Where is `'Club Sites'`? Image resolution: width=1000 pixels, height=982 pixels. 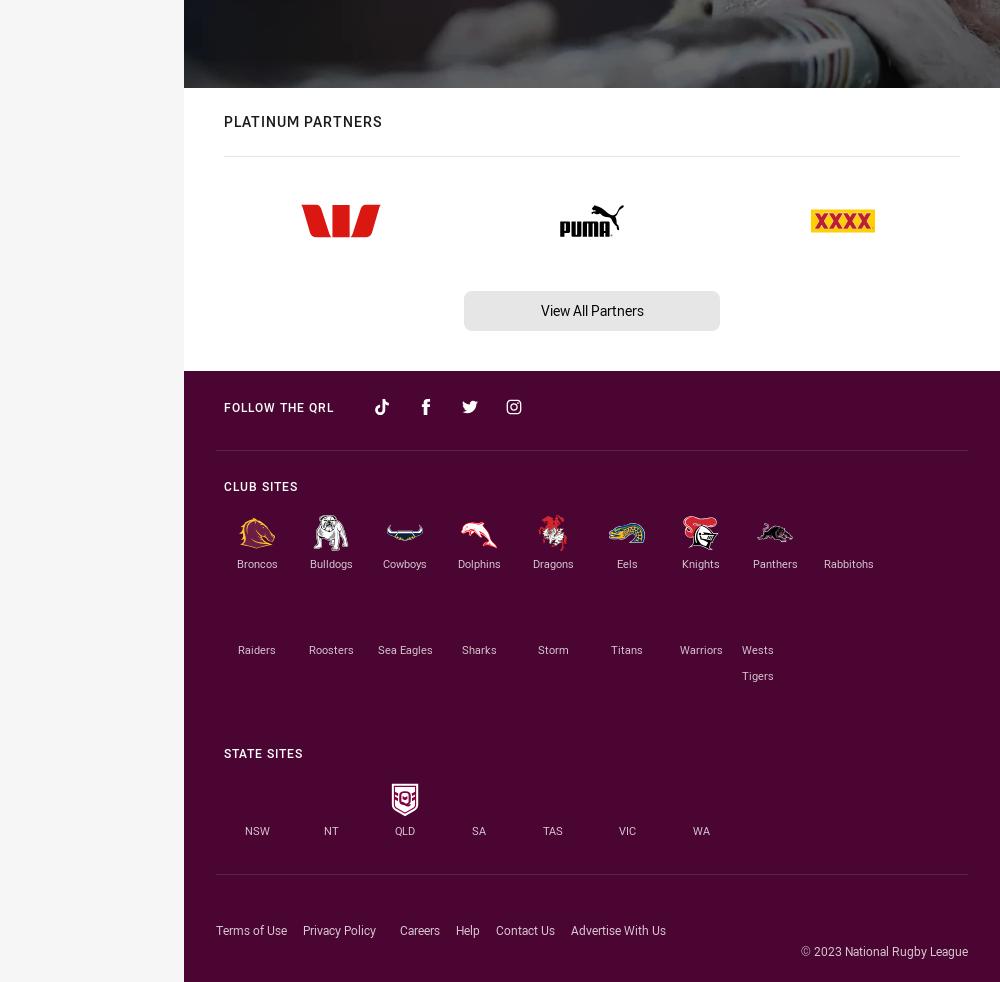 'Club Sites' is located at coordinates (261, 485).